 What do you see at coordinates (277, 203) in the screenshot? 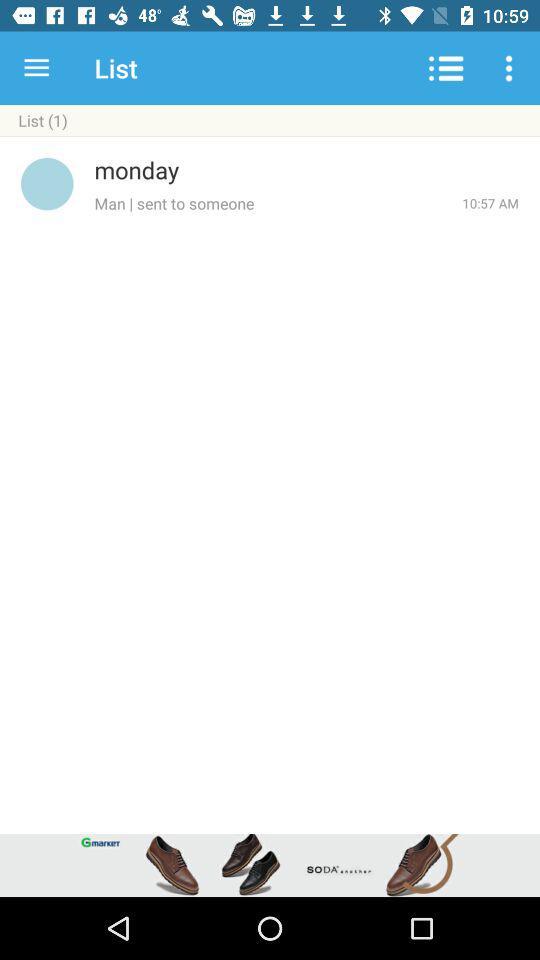
I see `icon below monday icon` at bounding box center [277, 203].